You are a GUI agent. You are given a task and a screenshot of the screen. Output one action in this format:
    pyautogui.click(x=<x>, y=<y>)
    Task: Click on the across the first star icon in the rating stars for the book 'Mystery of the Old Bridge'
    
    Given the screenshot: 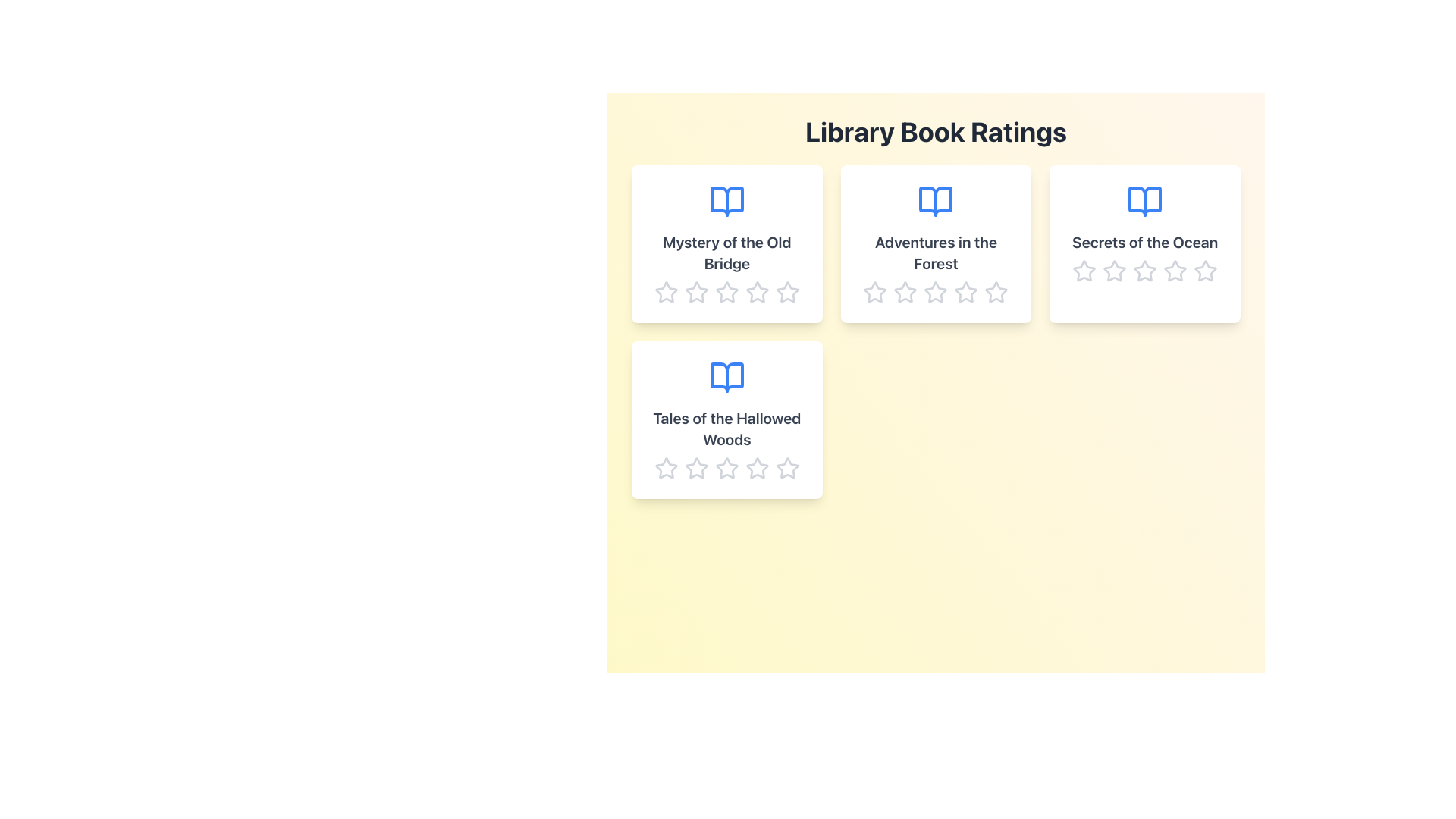 What is the action you would take?
    pyautogui.click(x=666, y=292)
    